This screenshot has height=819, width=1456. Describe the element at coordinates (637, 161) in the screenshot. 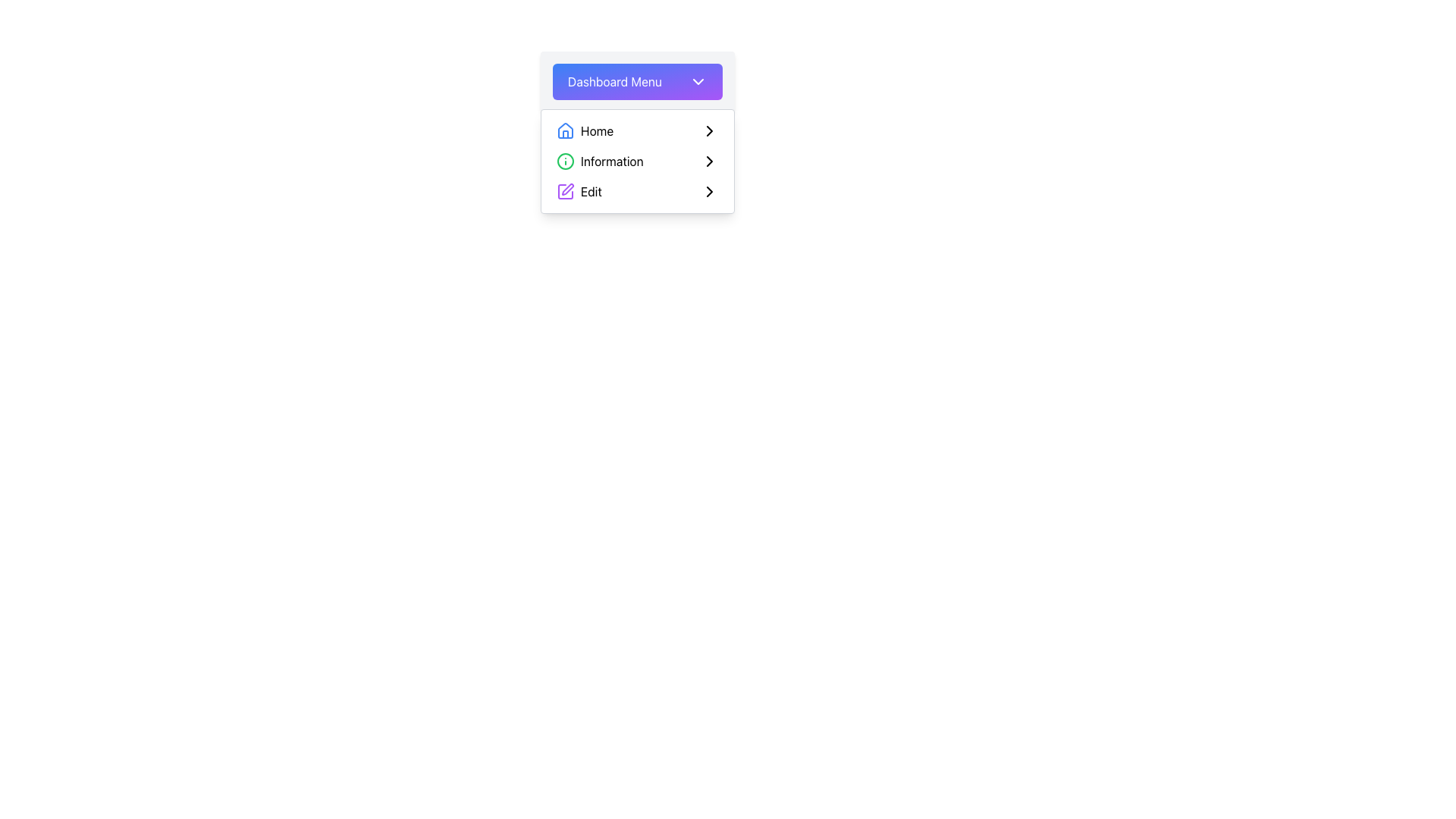

I see `the 'Information' menu item, which is the second item in the Dashboard Menu` at that location.